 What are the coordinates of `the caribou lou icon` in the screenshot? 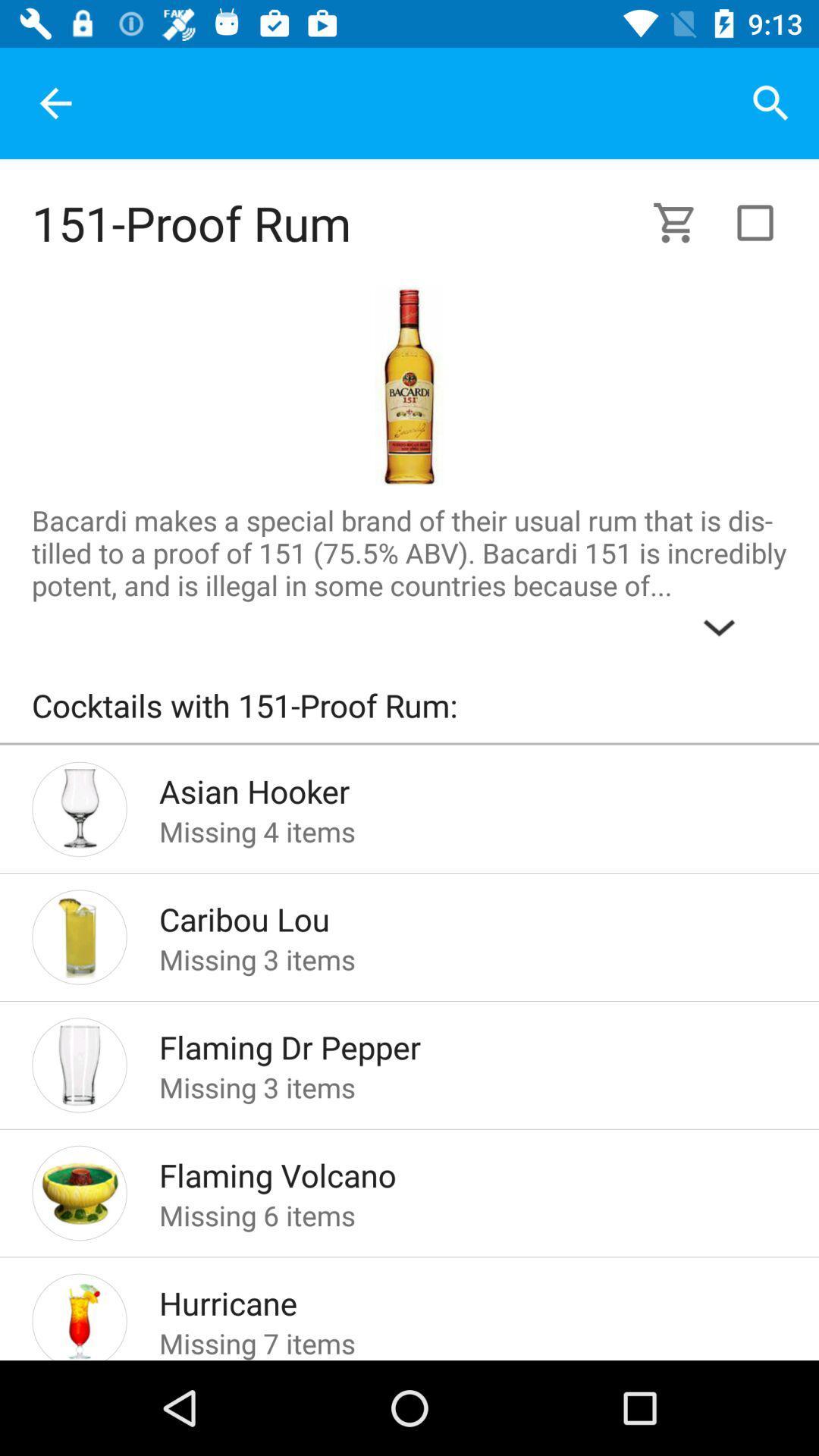 It's located at (448, 914).